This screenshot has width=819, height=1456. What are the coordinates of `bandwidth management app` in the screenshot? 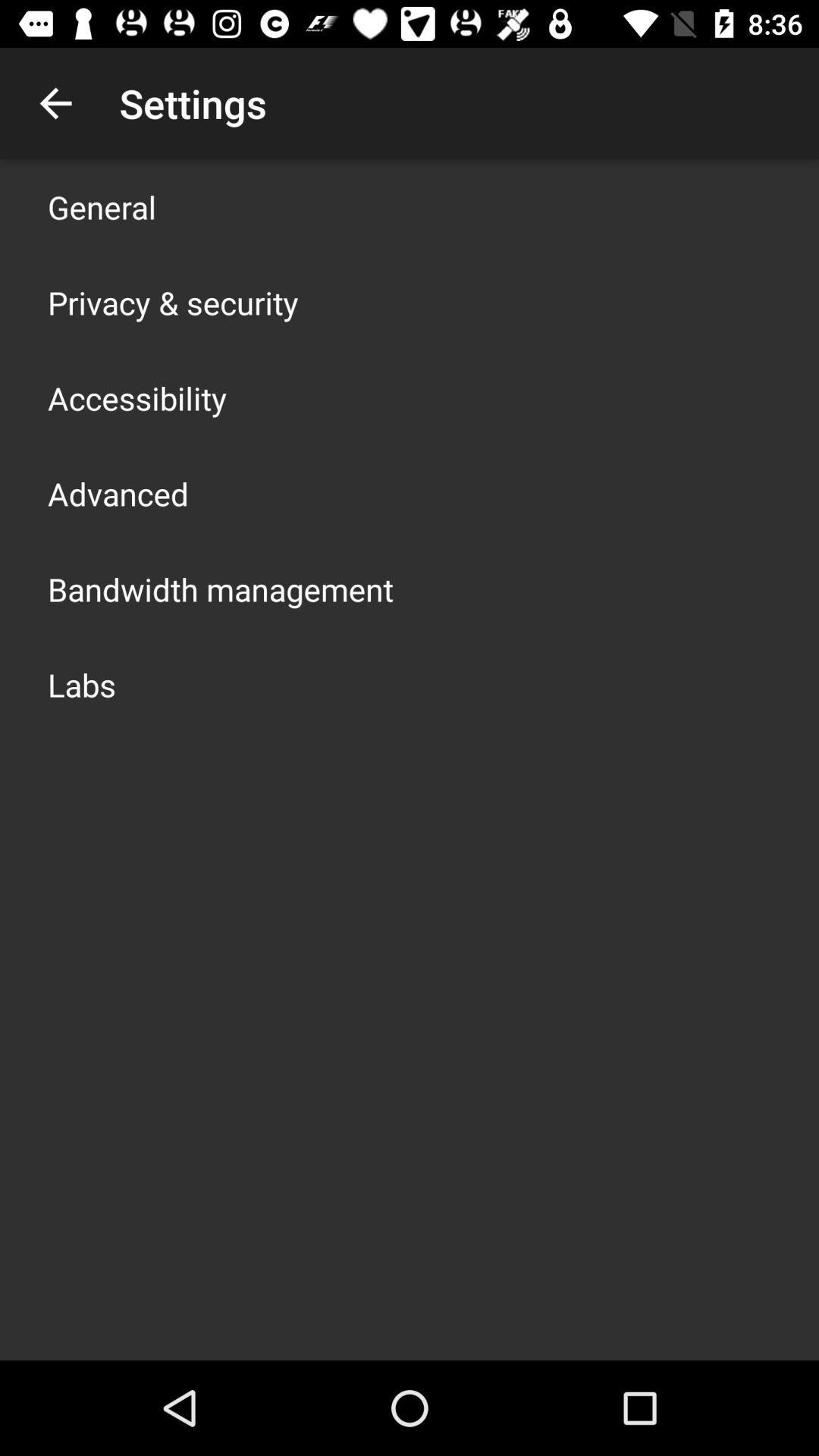 It's located at (220, 588).